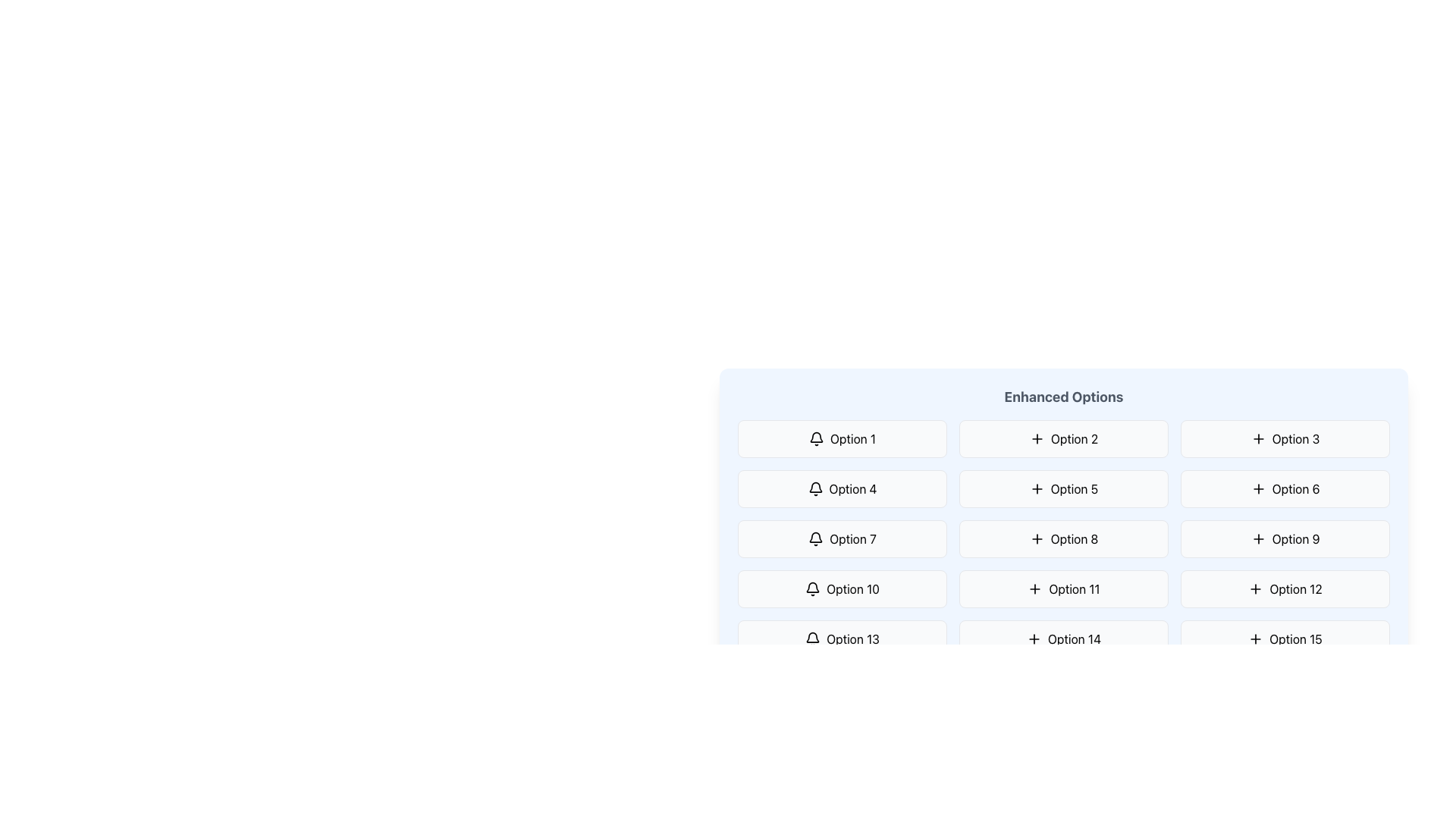 The height and width of the screenshot is (819, 1456). Describe the element at coordinates (1034, 588) in the screenshot. I see `the icon associated with 'Option 11' located in the fourth row, second column of the grid under 'Enhanced Options'` at that location.